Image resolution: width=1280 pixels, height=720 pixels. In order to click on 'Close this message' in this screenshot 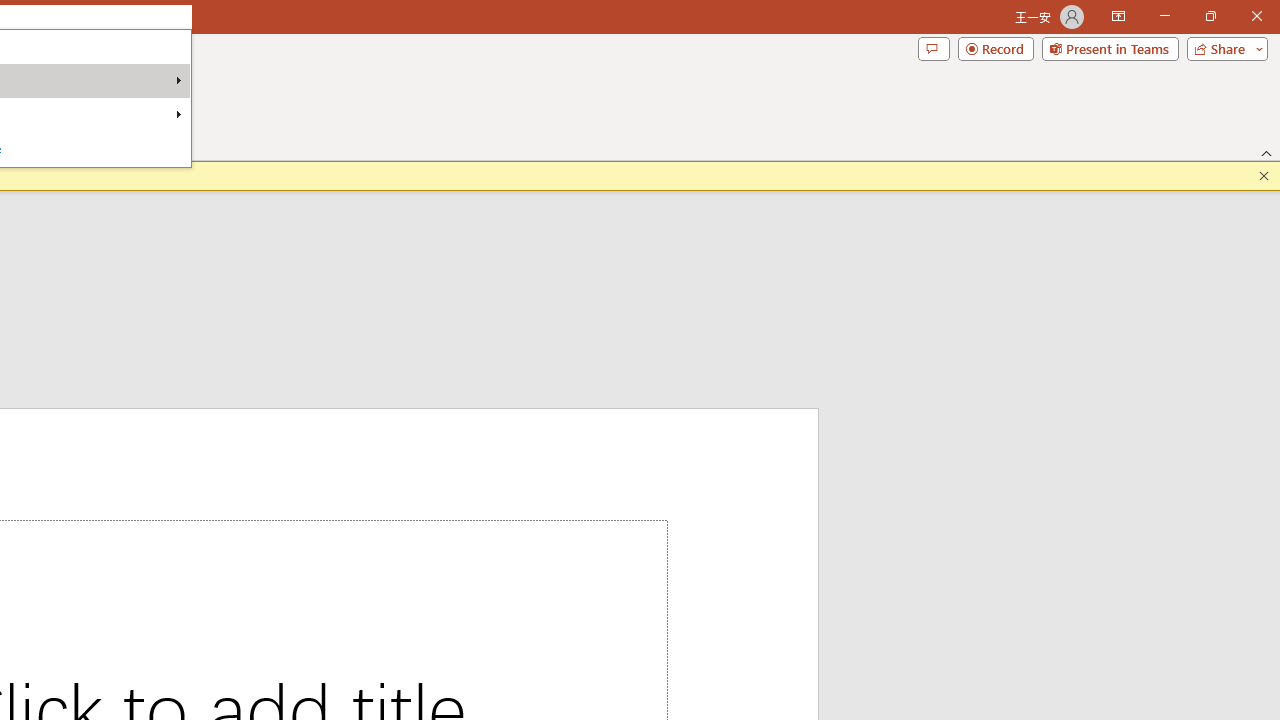, I will do `click(1263, 175)`.